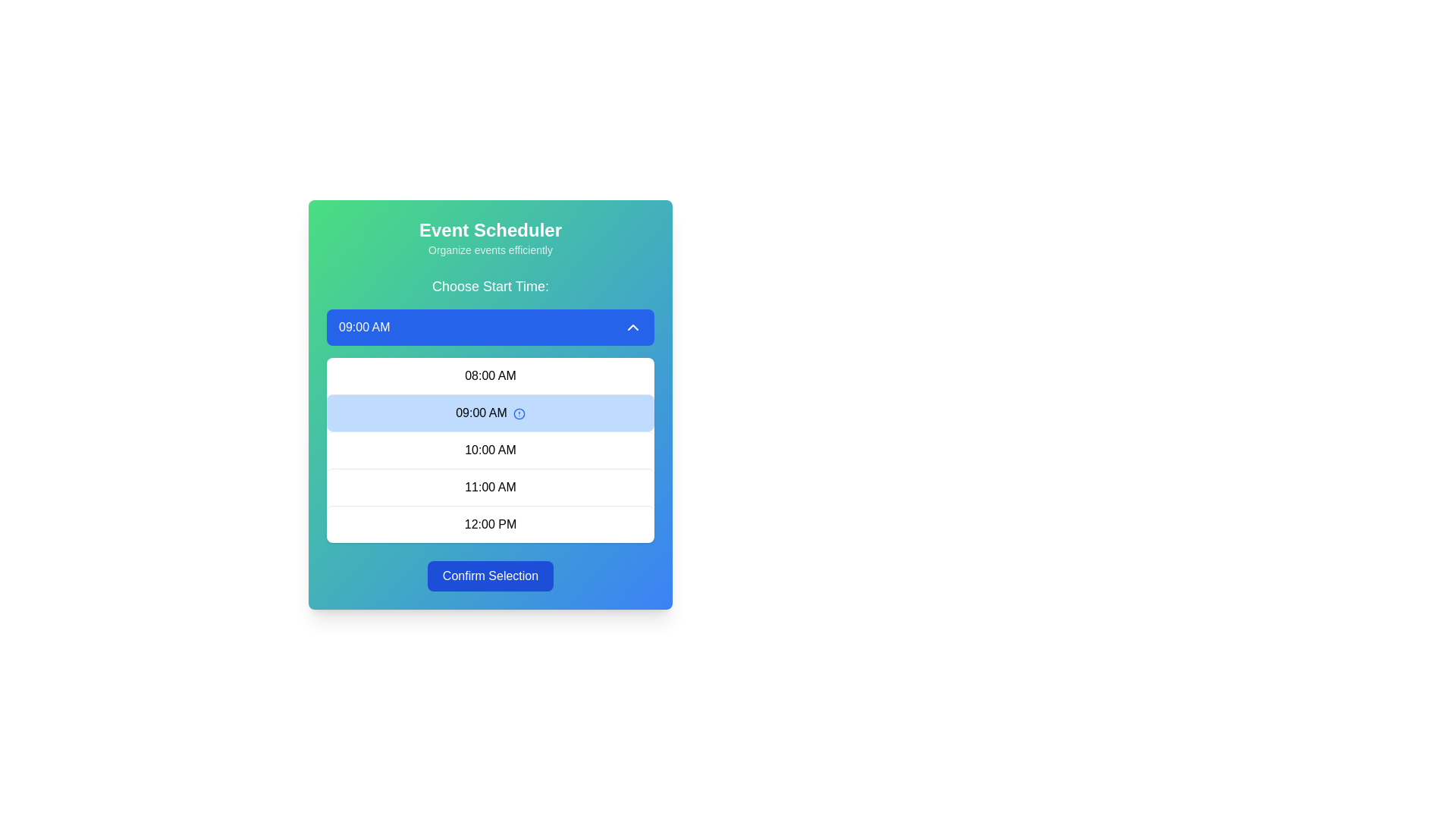  Describe the element at coordinates (491, 523) in the screenshot. I see `the '12:00 PM' text item in the dropdown menu` at that location.